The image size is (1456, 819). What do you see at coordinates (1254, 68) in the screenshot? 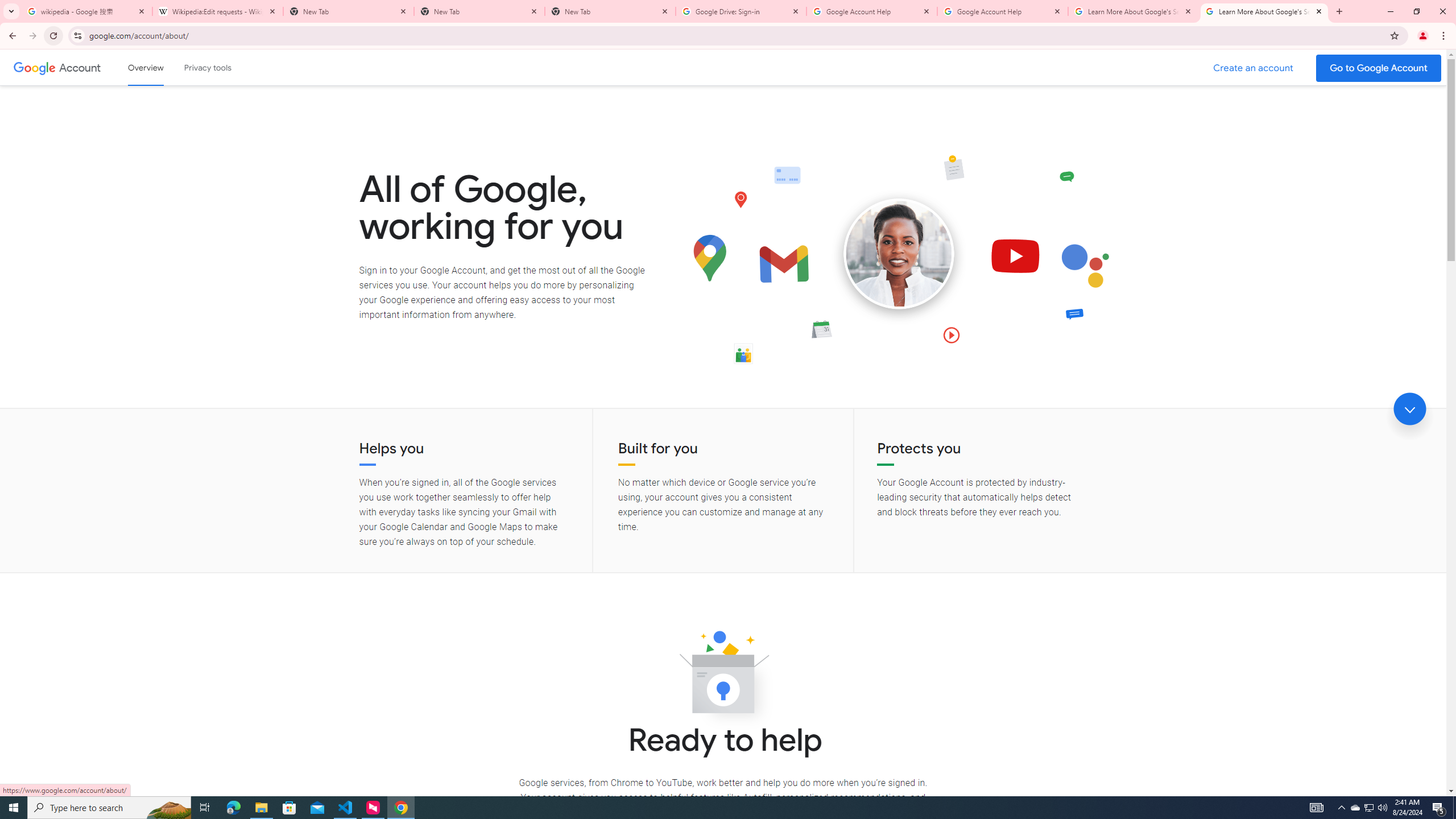
I see `'Create a Google Account'` at bounding box center [1254, 68].